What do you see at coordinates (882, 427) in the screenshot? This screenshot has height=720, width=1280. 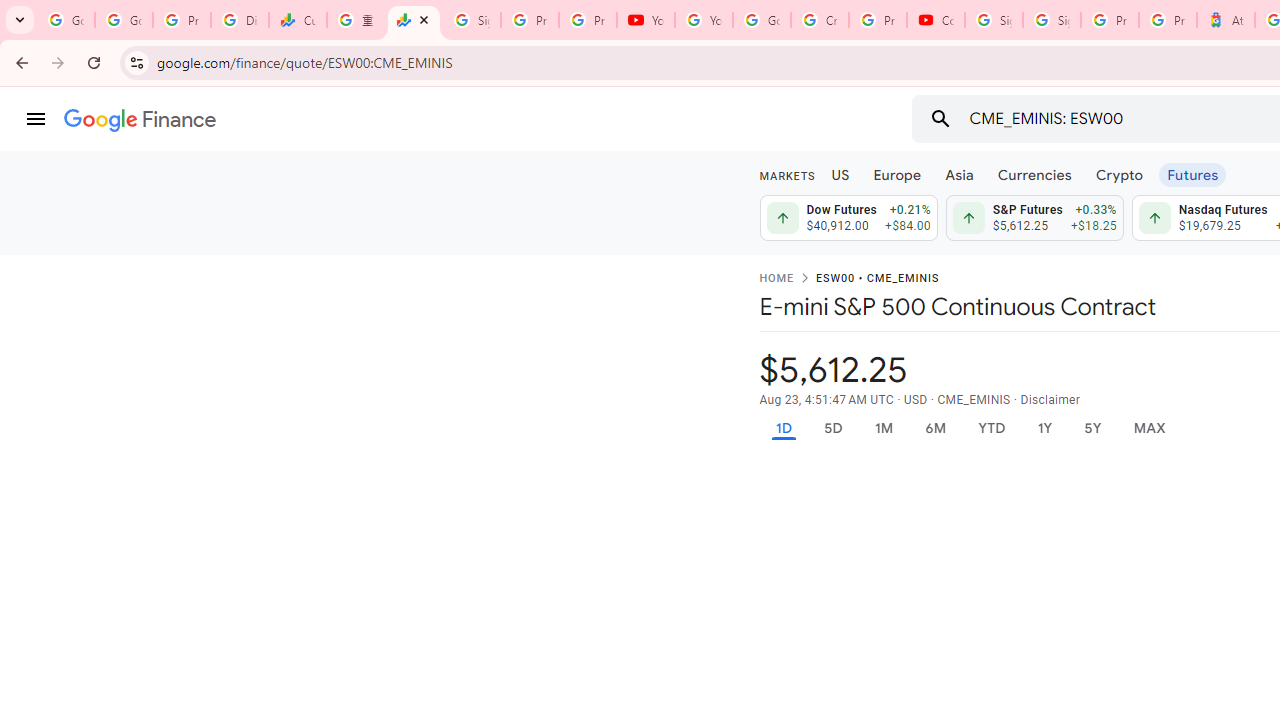 I see `'1M'` at bounding box center [882, 427].